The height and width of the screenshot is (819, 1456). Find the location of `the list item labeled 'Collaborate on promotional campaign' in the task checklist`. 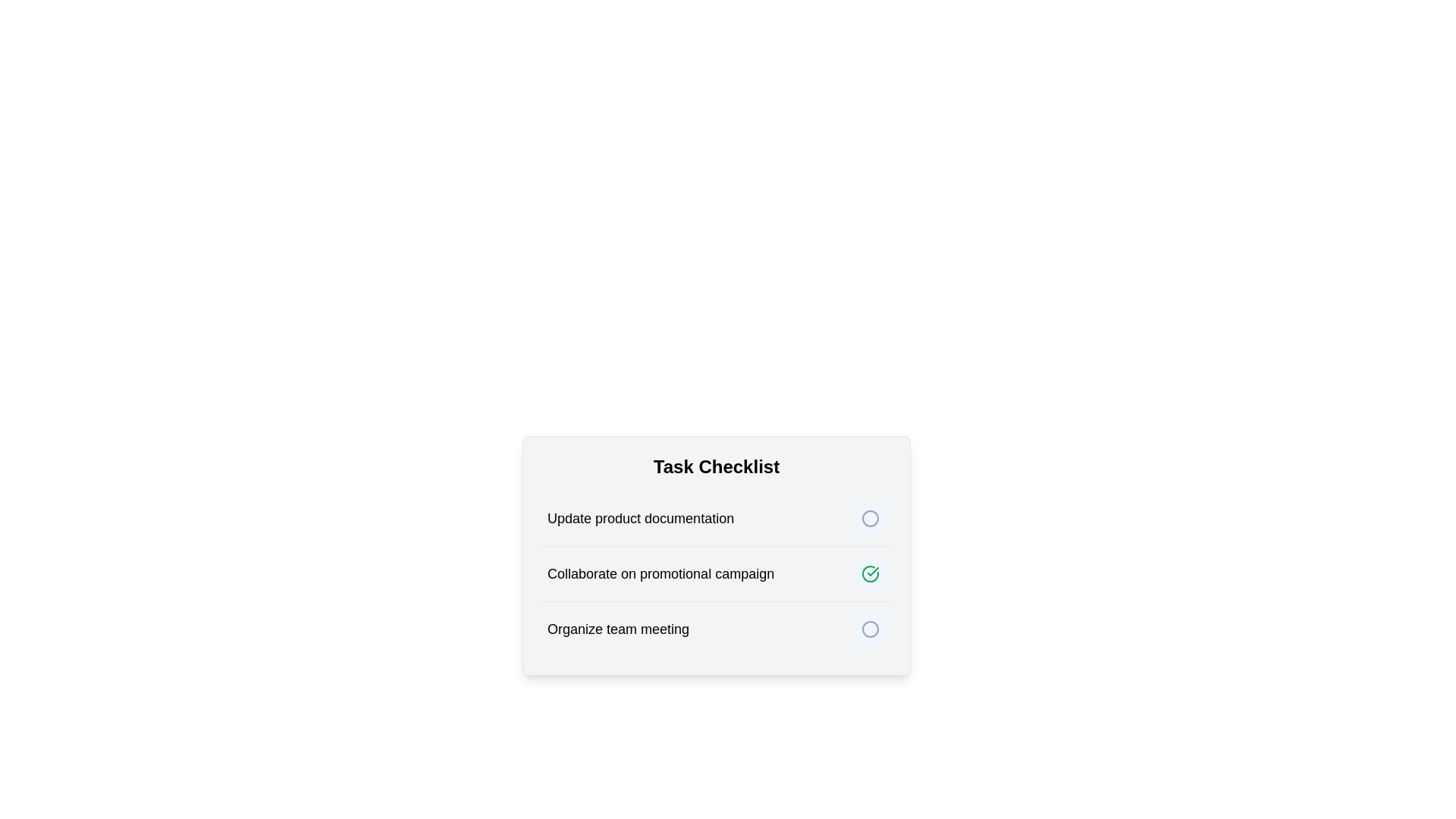

the list item labeled 'Collaborate on promotional campaign' in the task checklist is located at coordinates (716, 573).